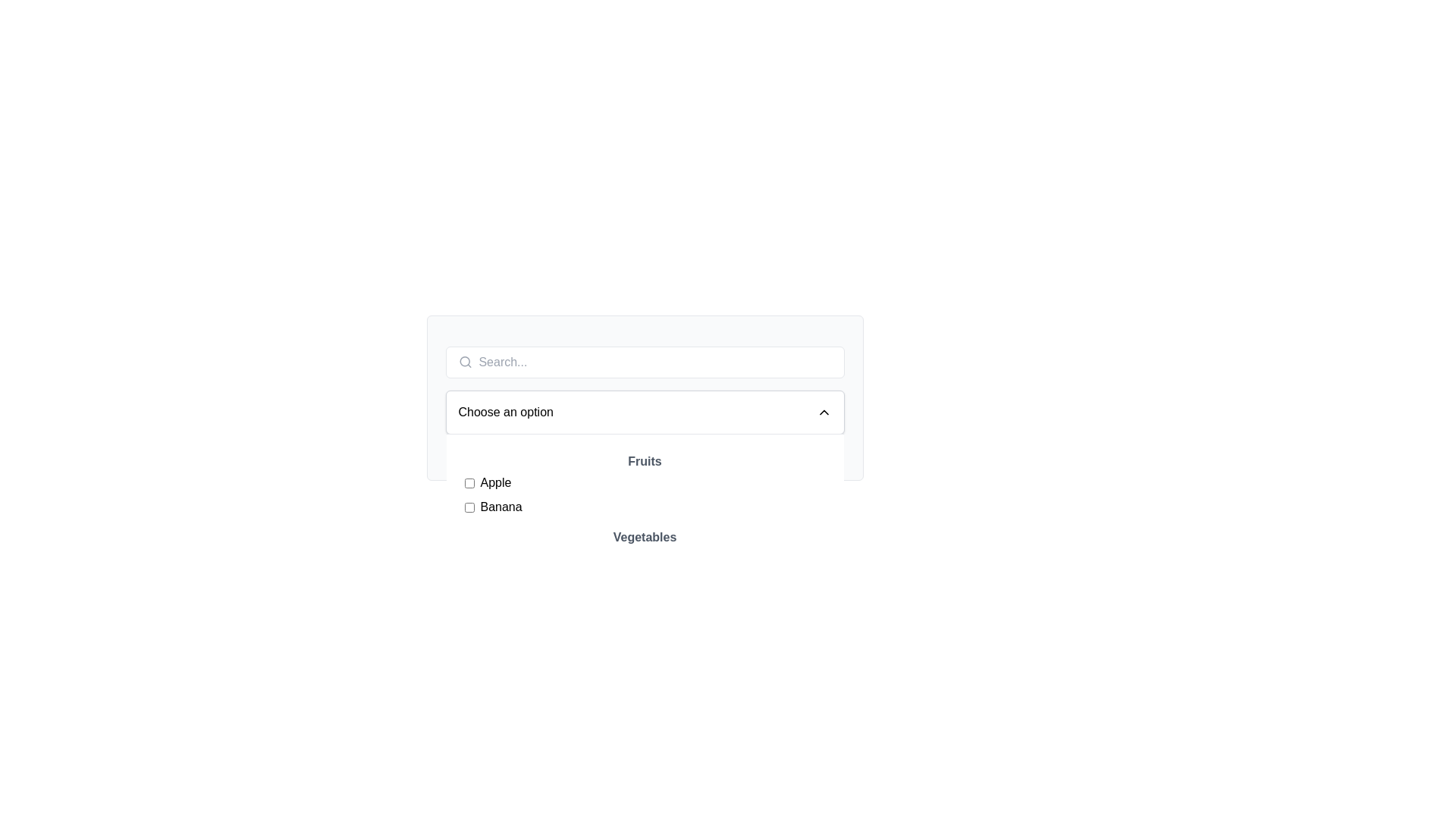  Describe the element at coordinates (469, 507) in the screenshot. I see `the 'Banana' checkbox located in the 'Fruits' section, positioned below the 'Apple' checkbox` at that location.